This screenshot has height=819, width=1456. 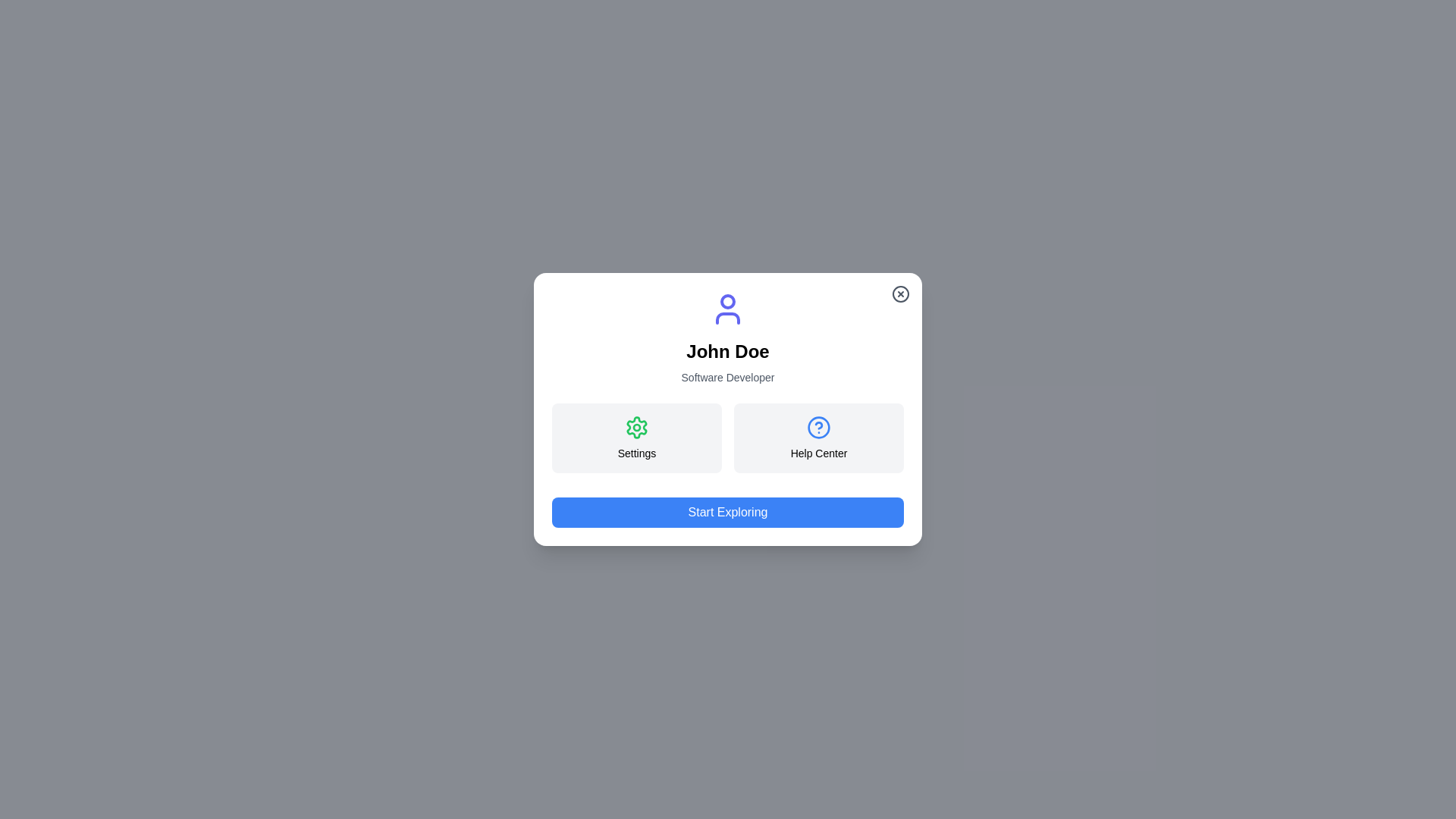 I want to click on the circular close button icon located at the center of the SVG element in the top-right corner of the card interface, so click(x=901, y=294).